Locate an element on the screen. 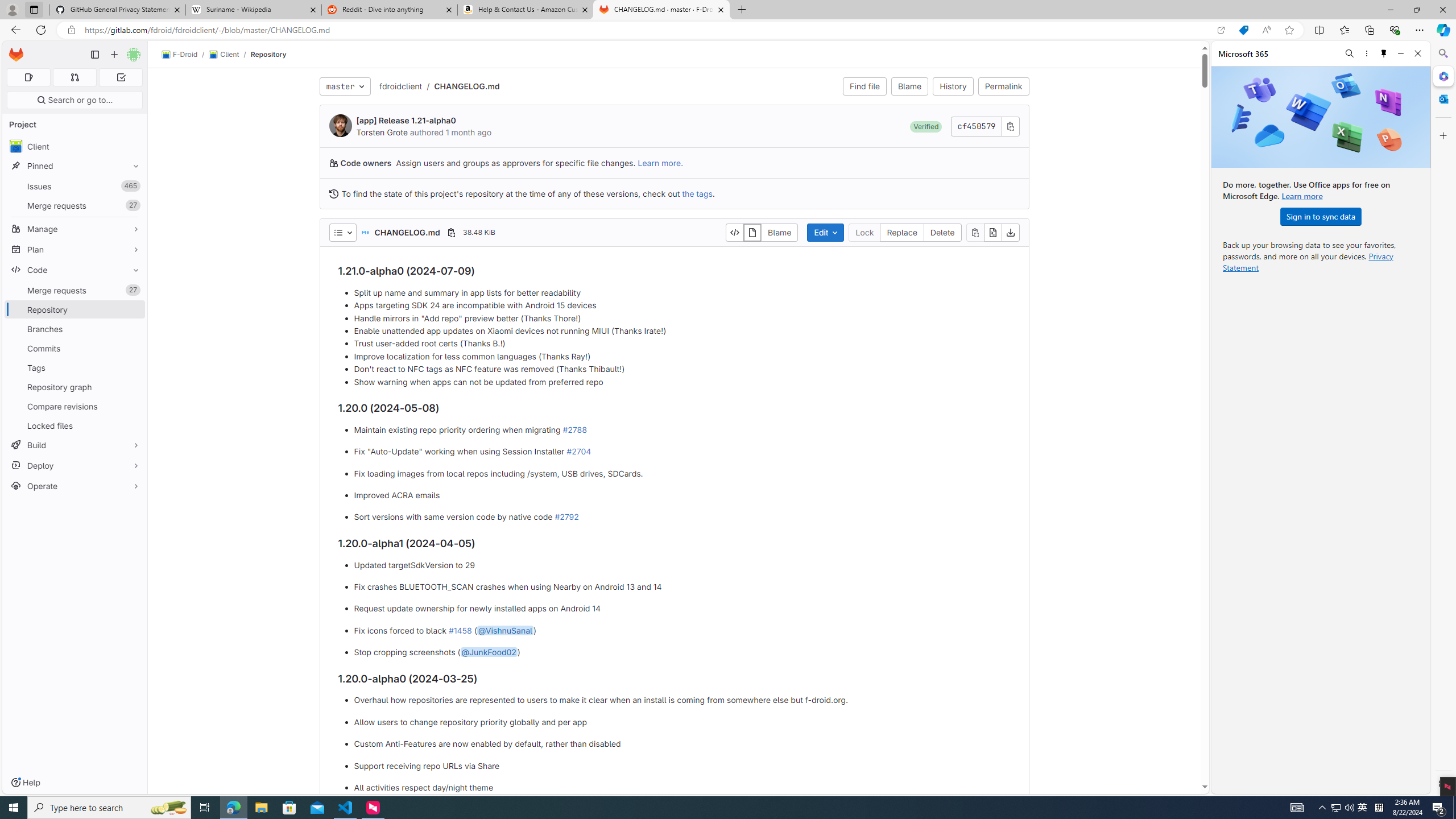  'More options' is located at coordinates (1366, 53).